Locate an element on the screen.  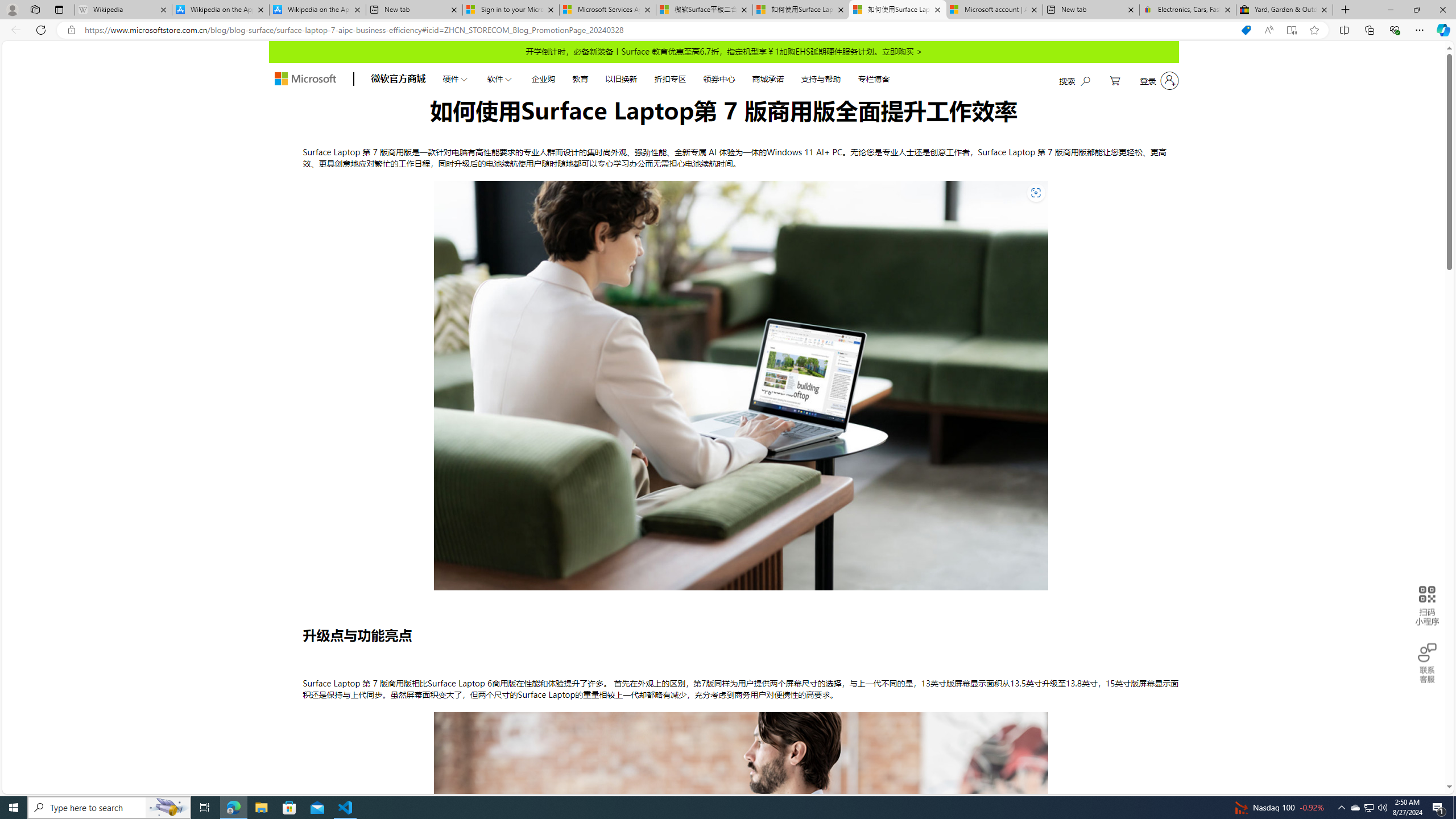
'Yard, Garden & Outdoor Living' is located at coordinates (1284, 9).